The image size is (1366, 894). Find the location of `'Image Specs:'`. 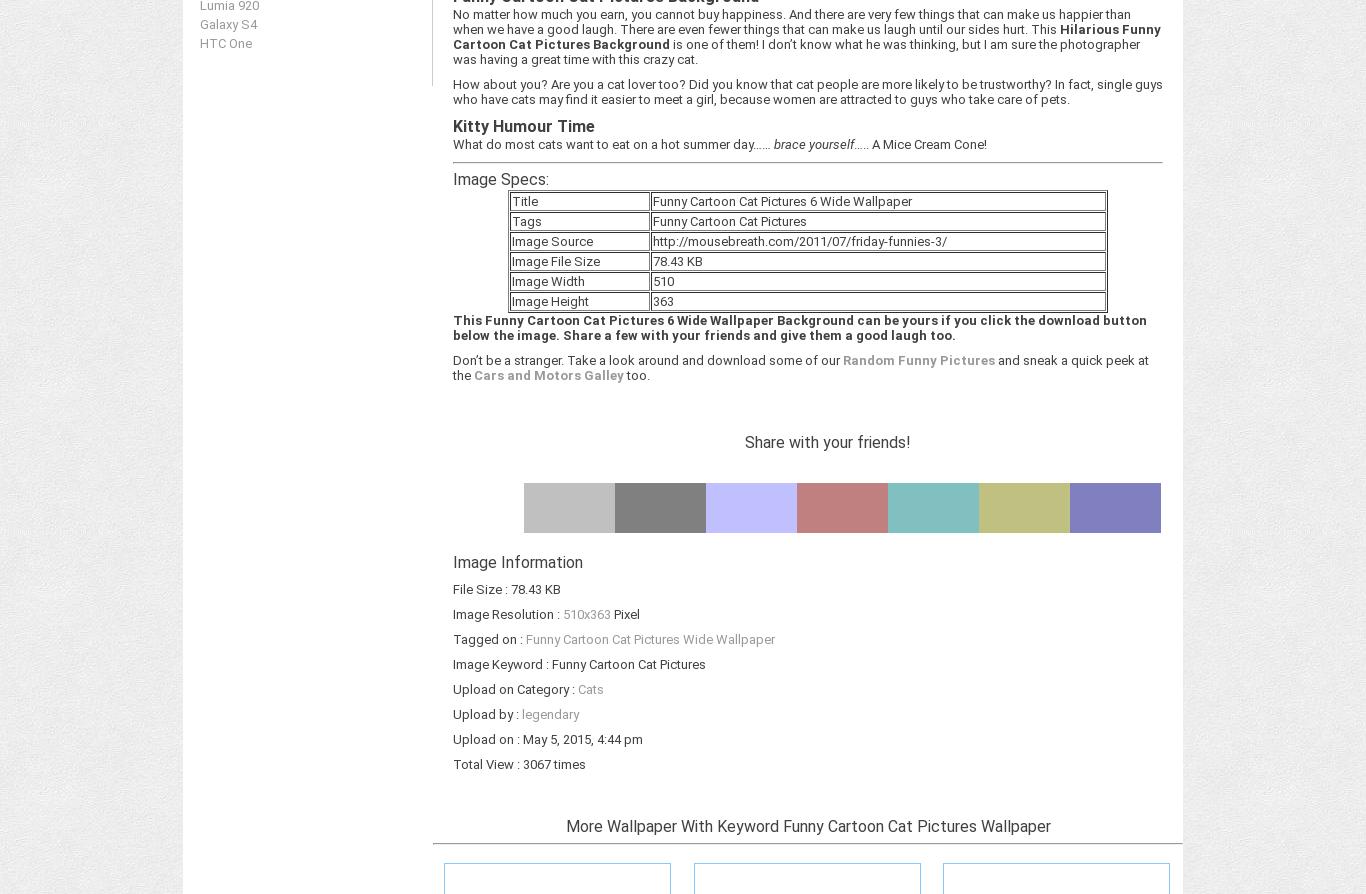

'Image Specs:' is located at coordinates (501, 179).